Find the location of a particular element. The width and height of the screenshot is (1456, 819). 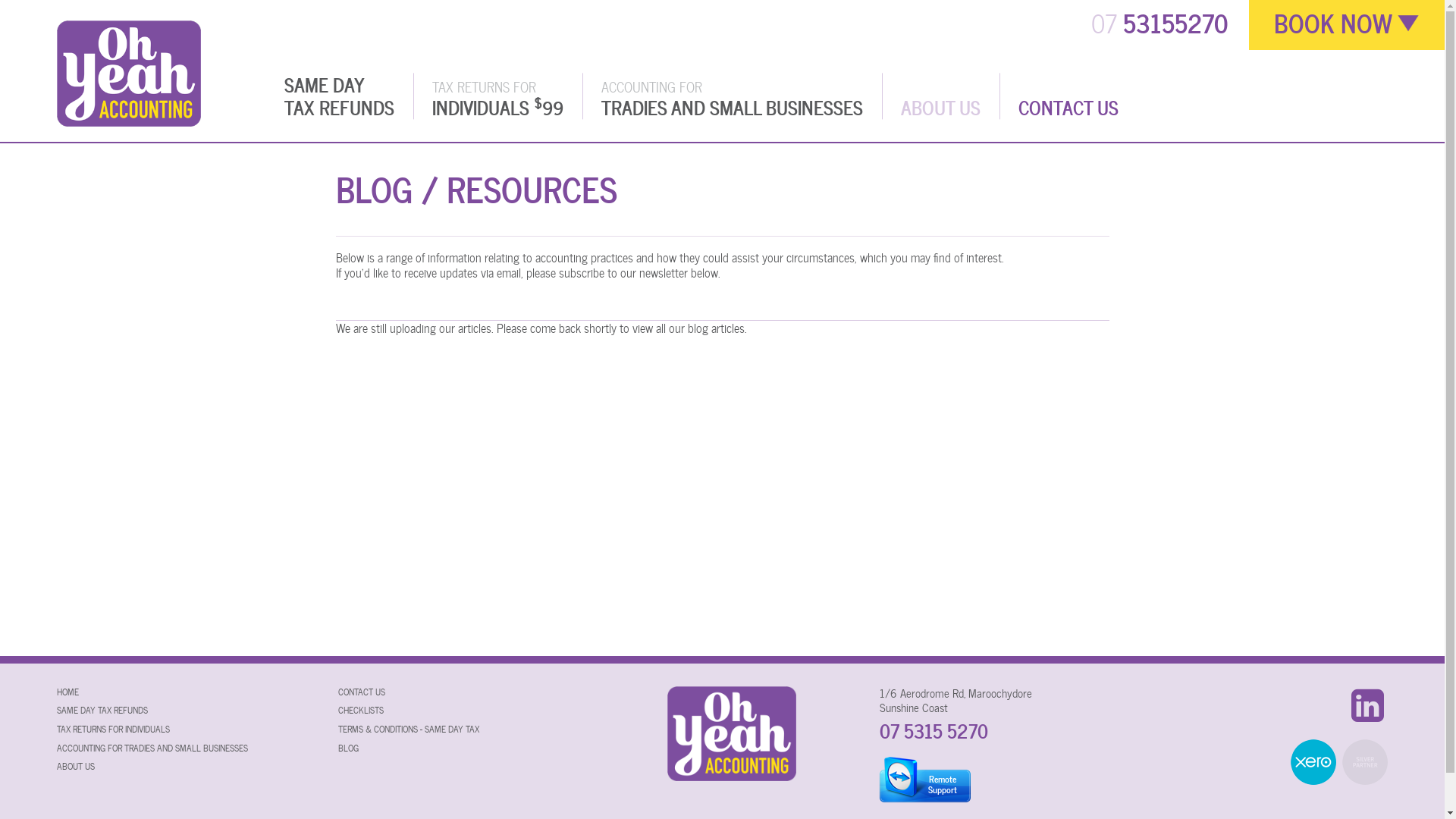

'CHECKLISTS' is located at coordinates (337, 710).